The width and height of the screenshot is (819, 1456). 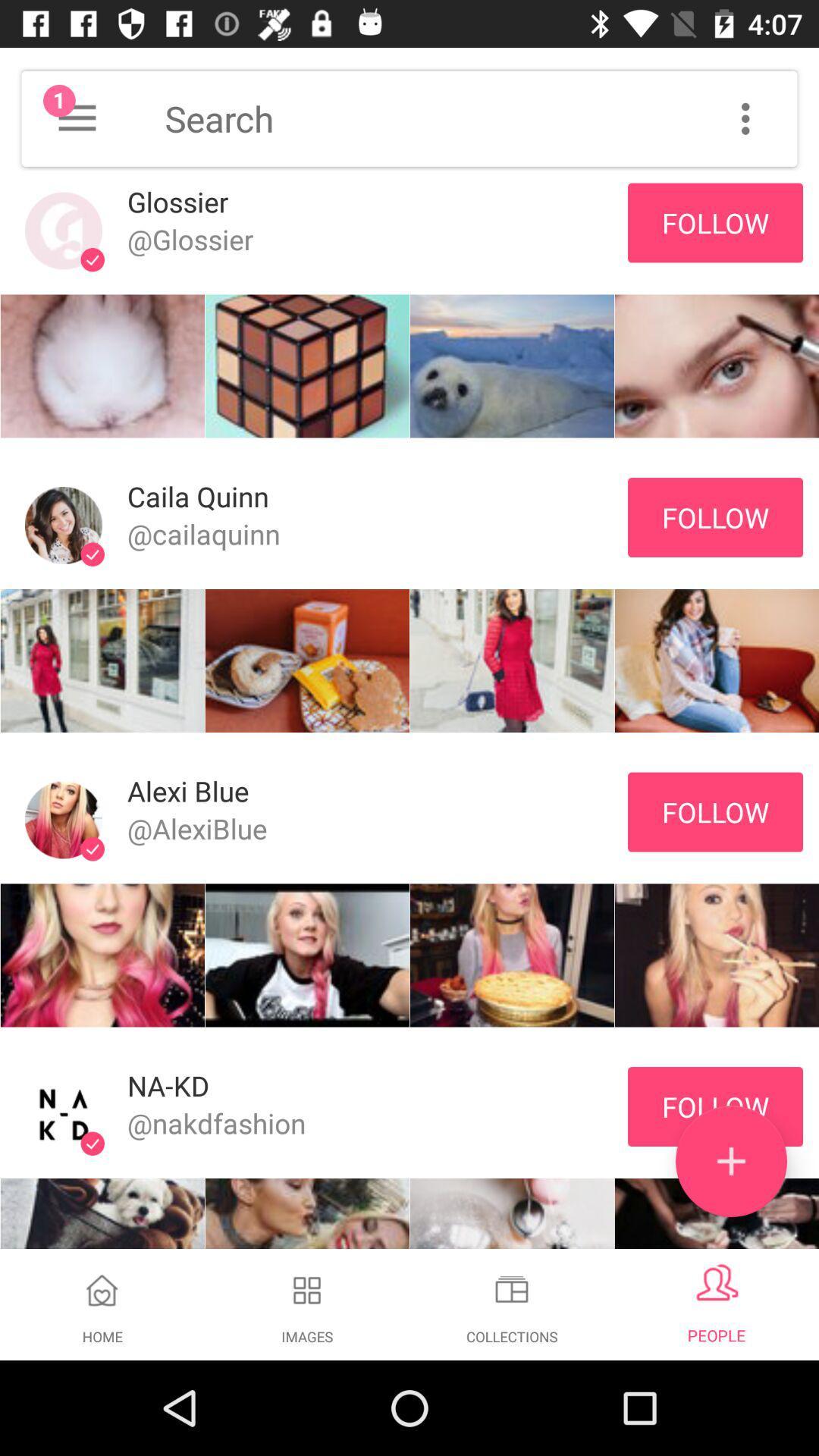 What do you see at coordinates (745, 118) in the screenshot?
I see `search options` at bounding box center [745, 118].